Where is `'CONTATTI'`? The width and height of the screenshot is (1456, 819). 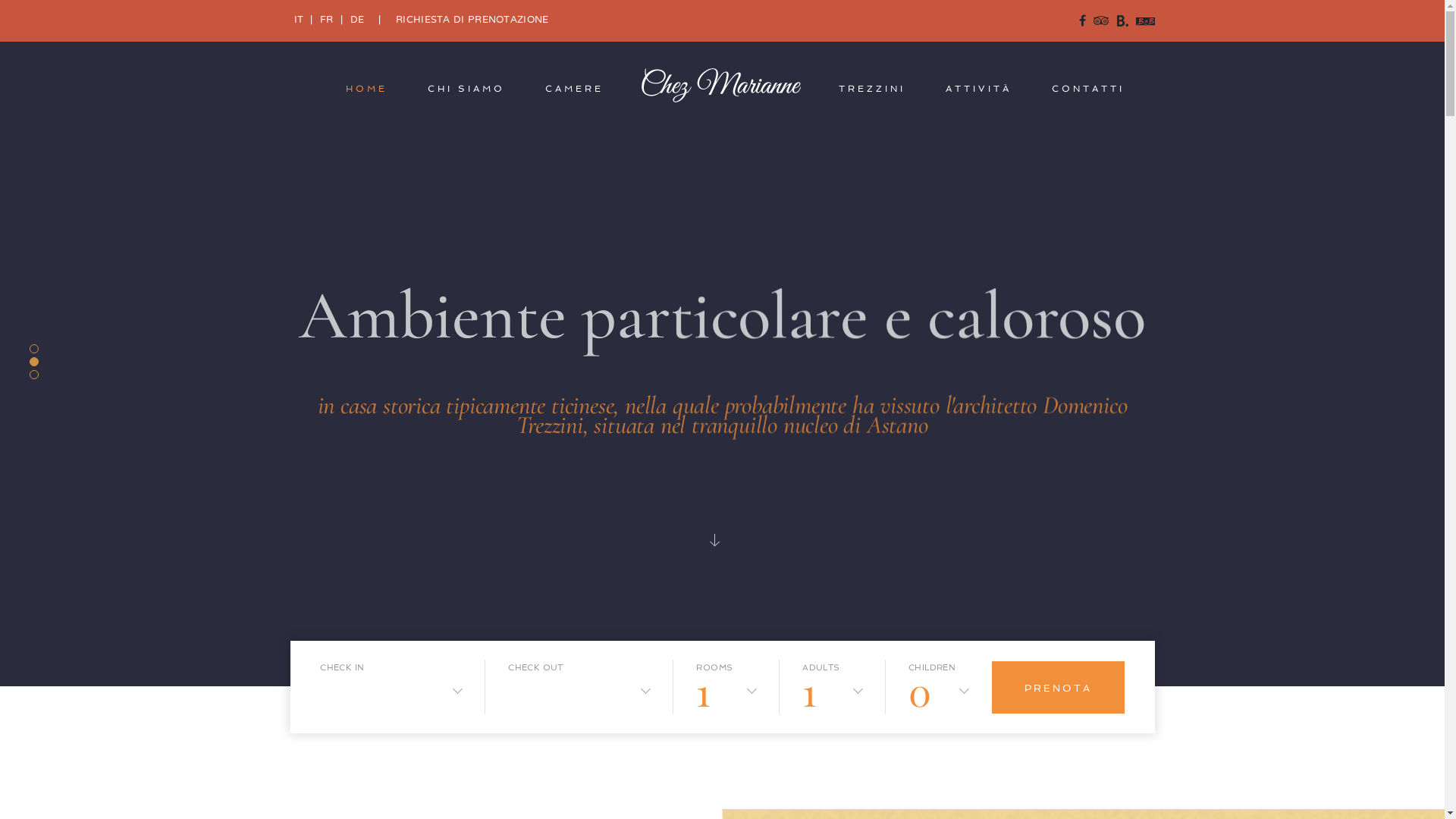 'CONTATTI' is located at coordinates (1087, 88).